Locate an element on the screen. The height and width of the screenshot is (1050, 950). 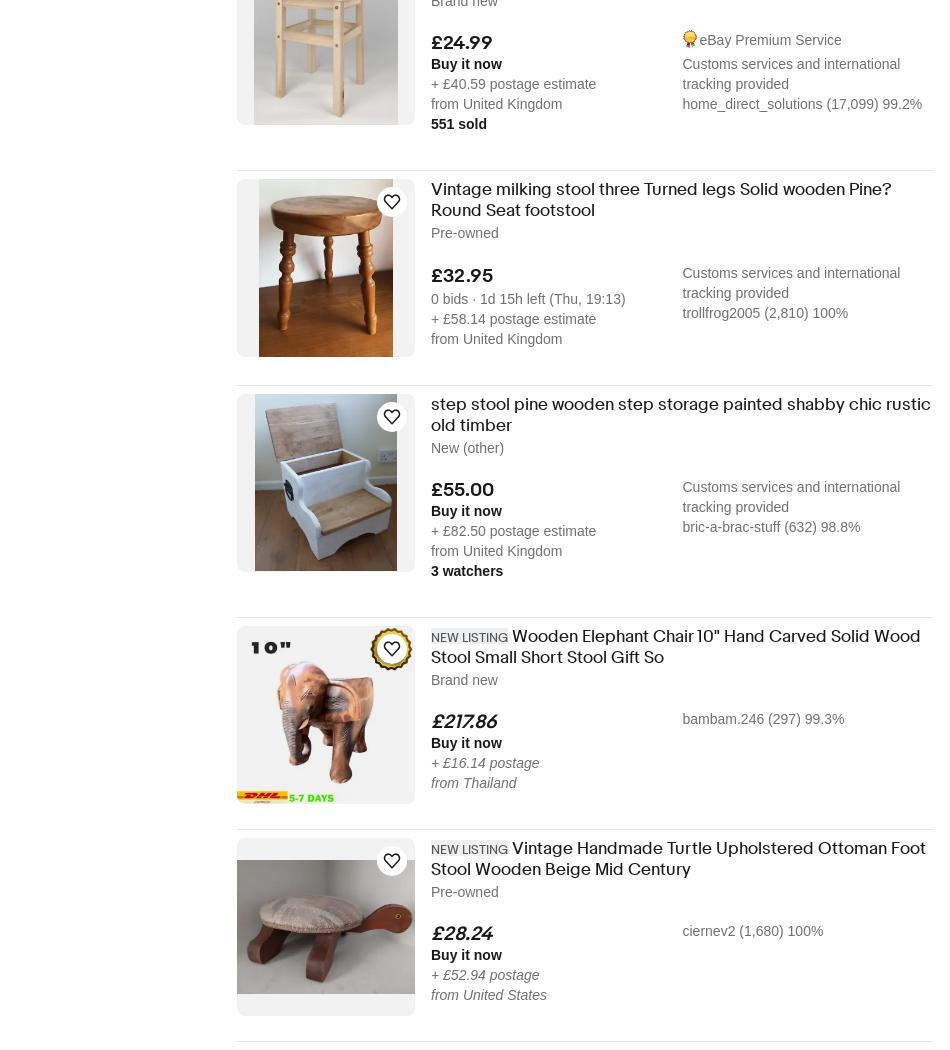
'(Thu, 19:13)' is located at coordinates (549, 296).